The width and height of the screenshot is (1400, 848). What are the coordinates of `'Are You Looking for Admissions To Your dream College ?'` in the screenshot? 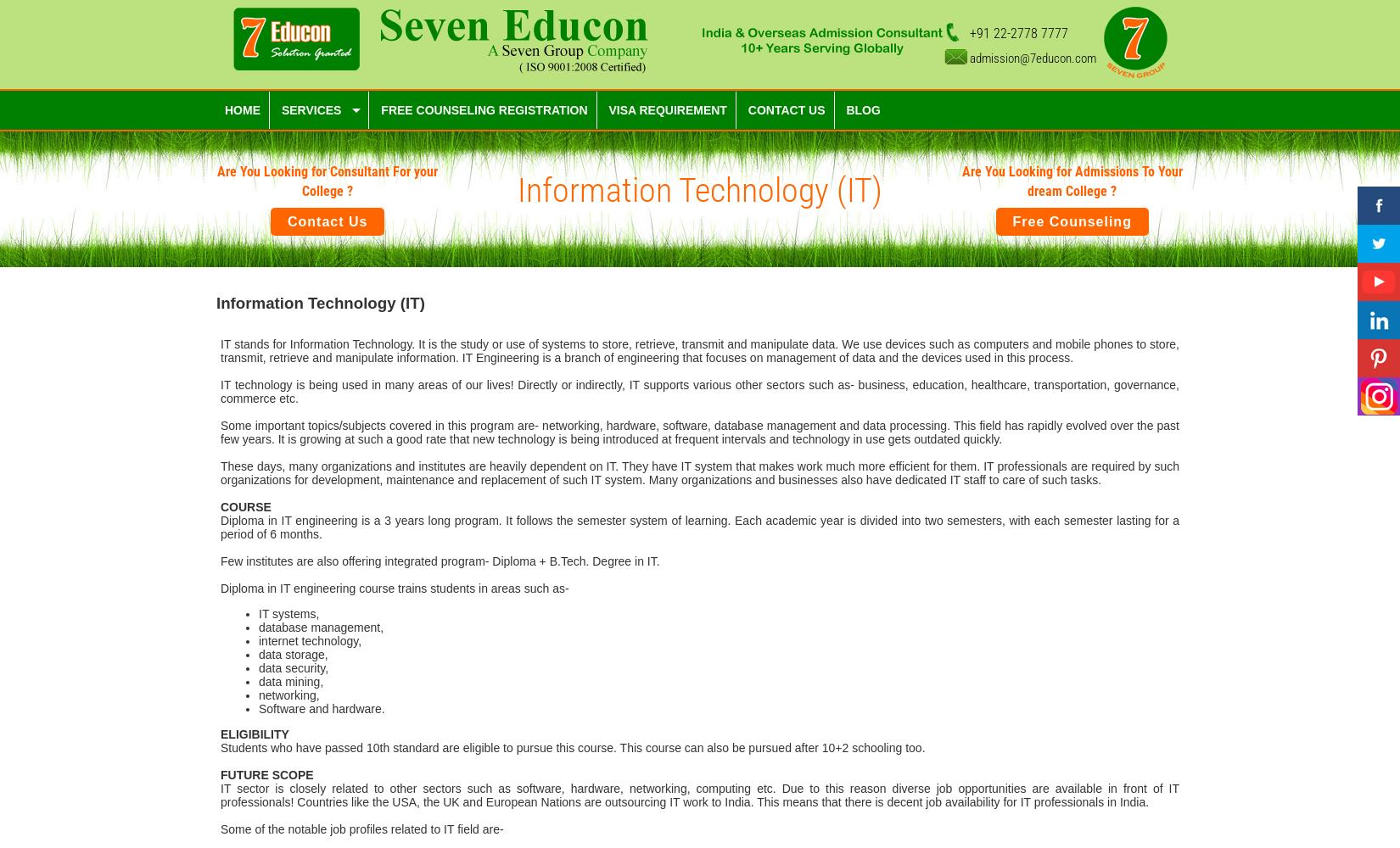 It's located at (1071, 181).